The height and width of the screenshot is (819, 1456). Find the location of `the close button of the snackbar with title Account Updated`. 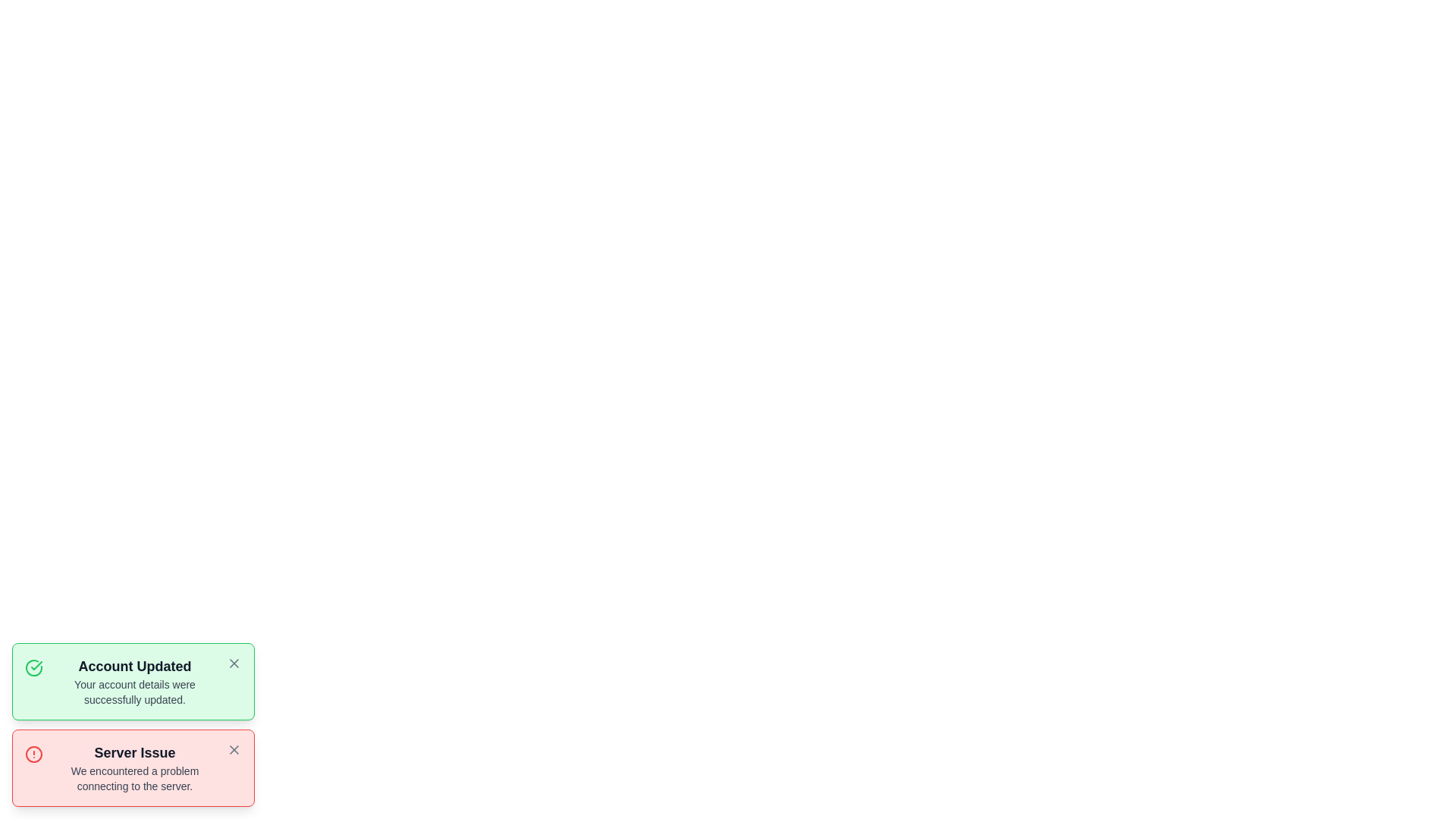

the close button of the snackbar with title Account Updated is located at coordinates (233, 663).